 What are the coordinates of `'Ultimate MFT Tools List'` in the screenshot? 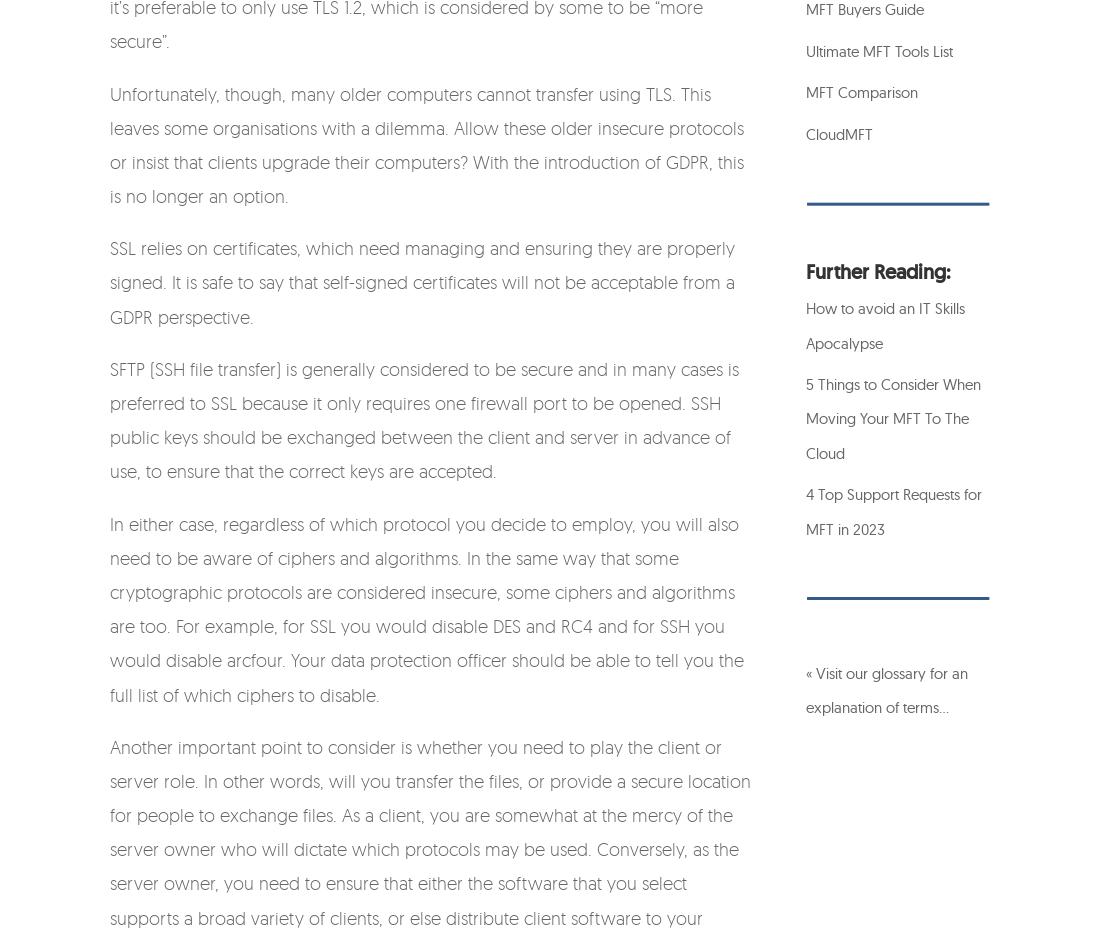 It's located at (878, 49).